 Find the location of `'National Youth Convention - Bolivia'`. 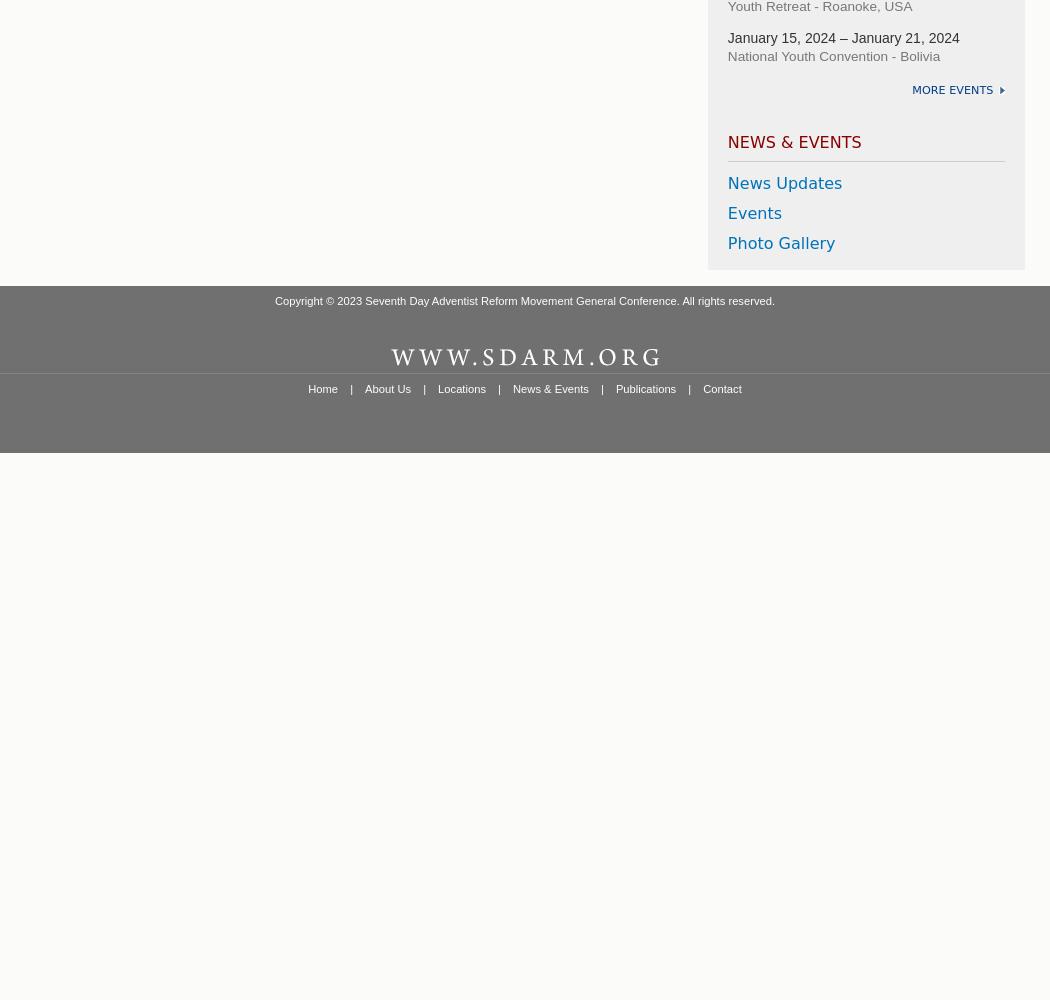

'National Youth Convention - Bolivia' is located at coordinates (726, 55).